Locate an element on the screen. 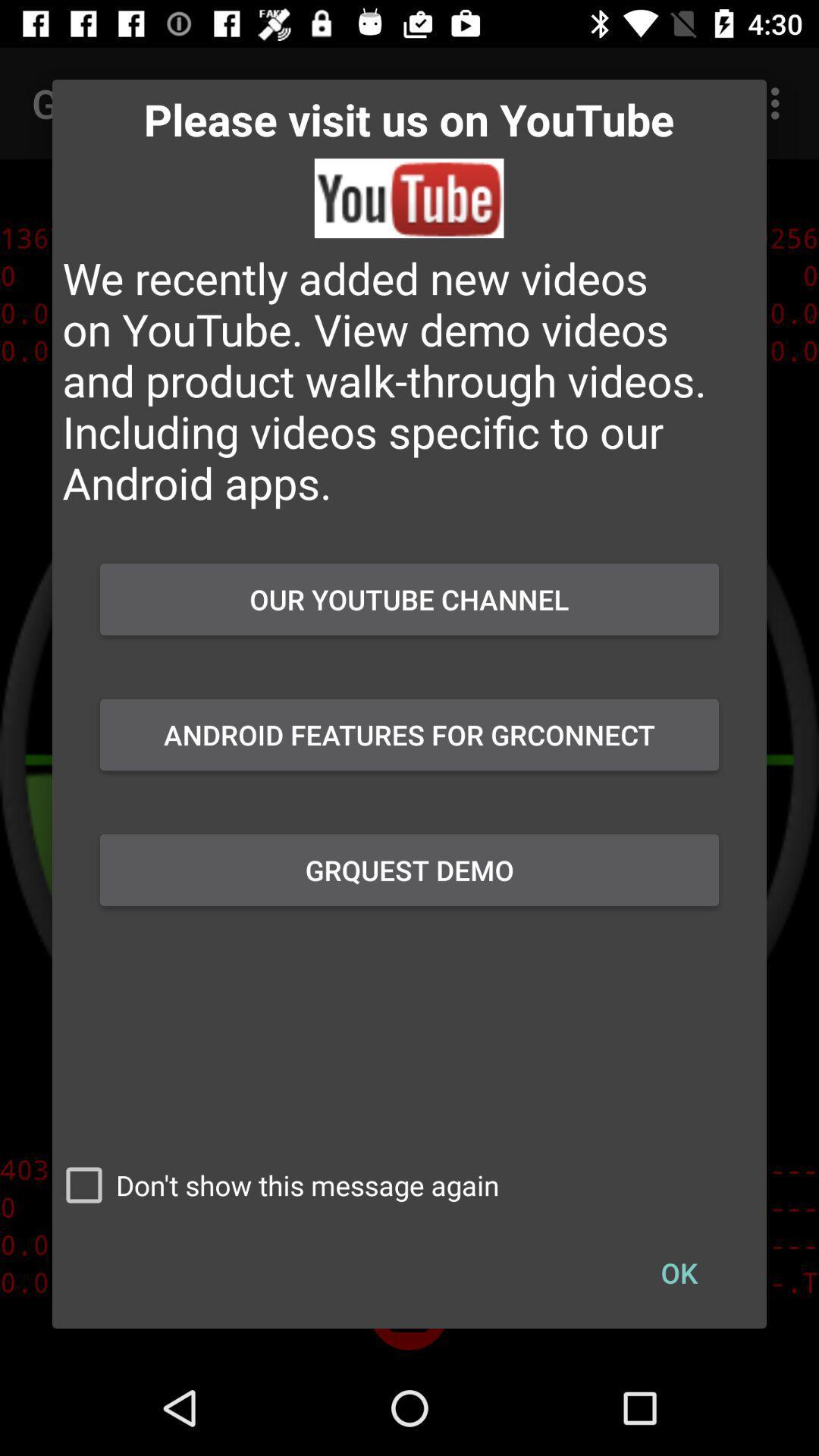 Image resolution: width=819 pixels, height=1456 pixels. button next to the ok item is located at coordinates (275, 1185).